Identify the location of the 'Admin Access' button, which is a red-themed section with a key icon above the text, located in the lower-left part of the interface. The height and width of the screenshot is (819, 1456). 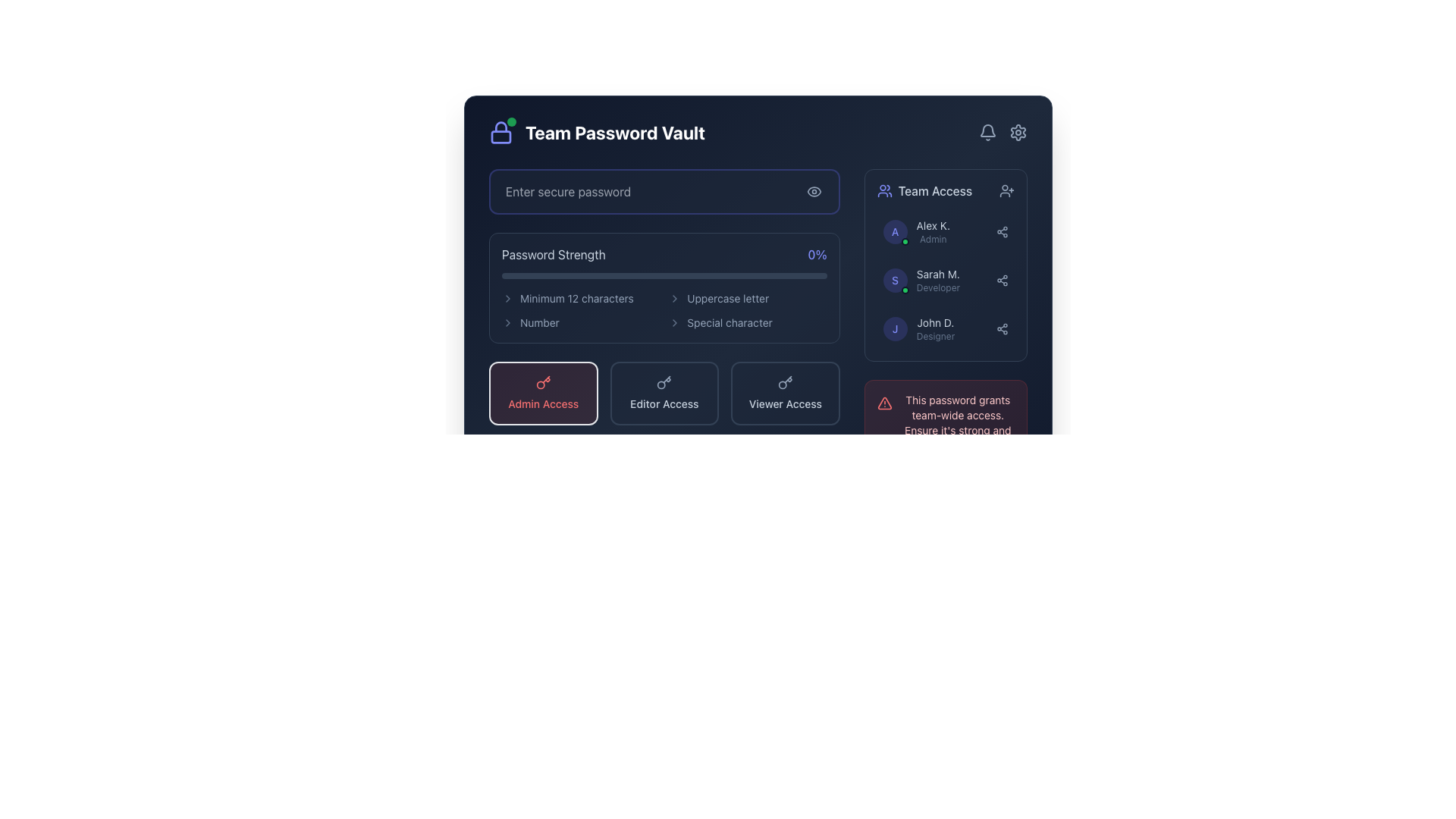
(543, 393).